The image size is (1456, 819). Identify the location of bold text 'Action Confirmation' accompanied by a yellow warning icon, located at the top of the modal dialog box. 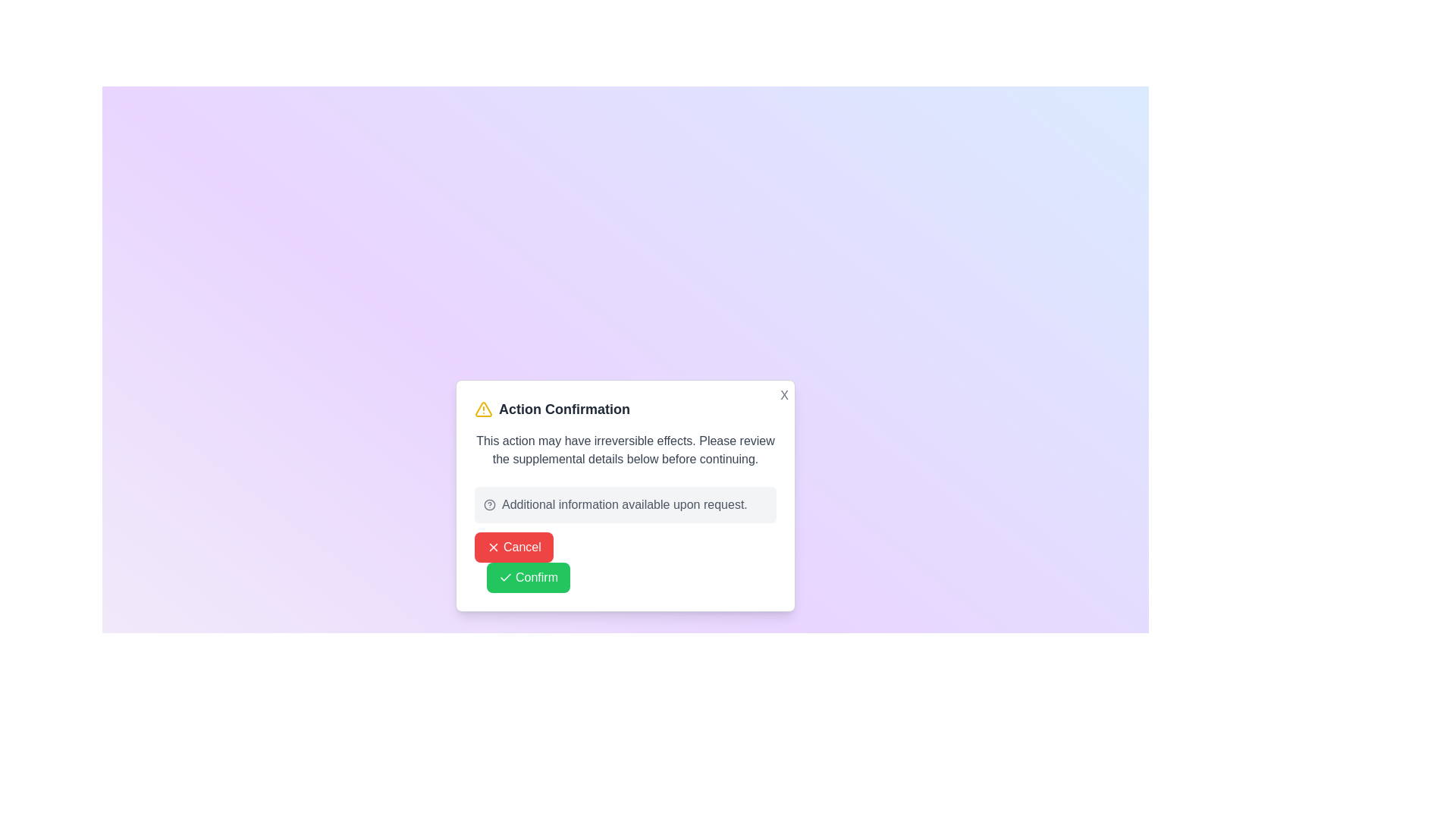
(626, 409).